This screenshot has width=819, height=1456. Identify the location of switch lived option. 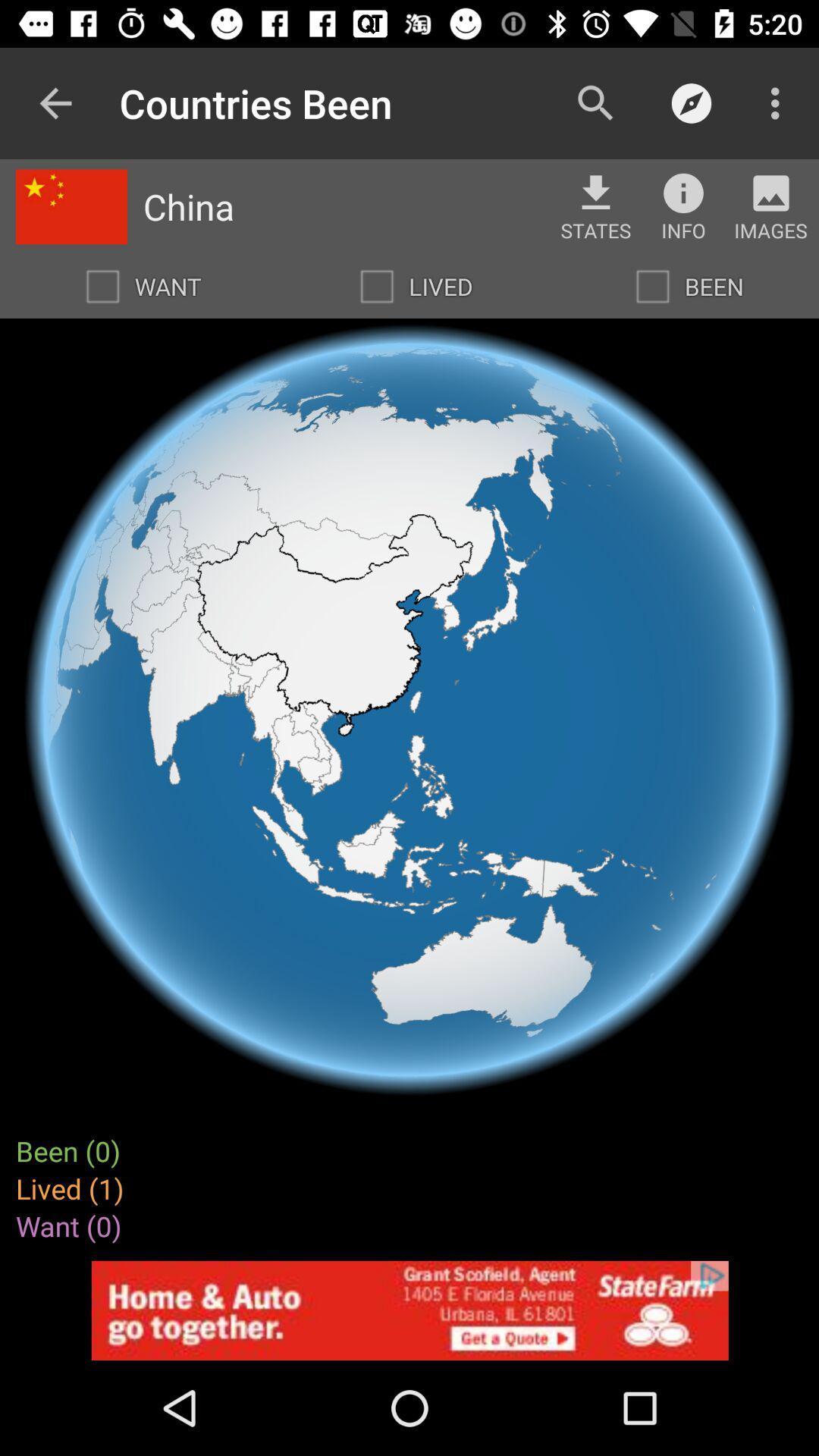
(376, 287).